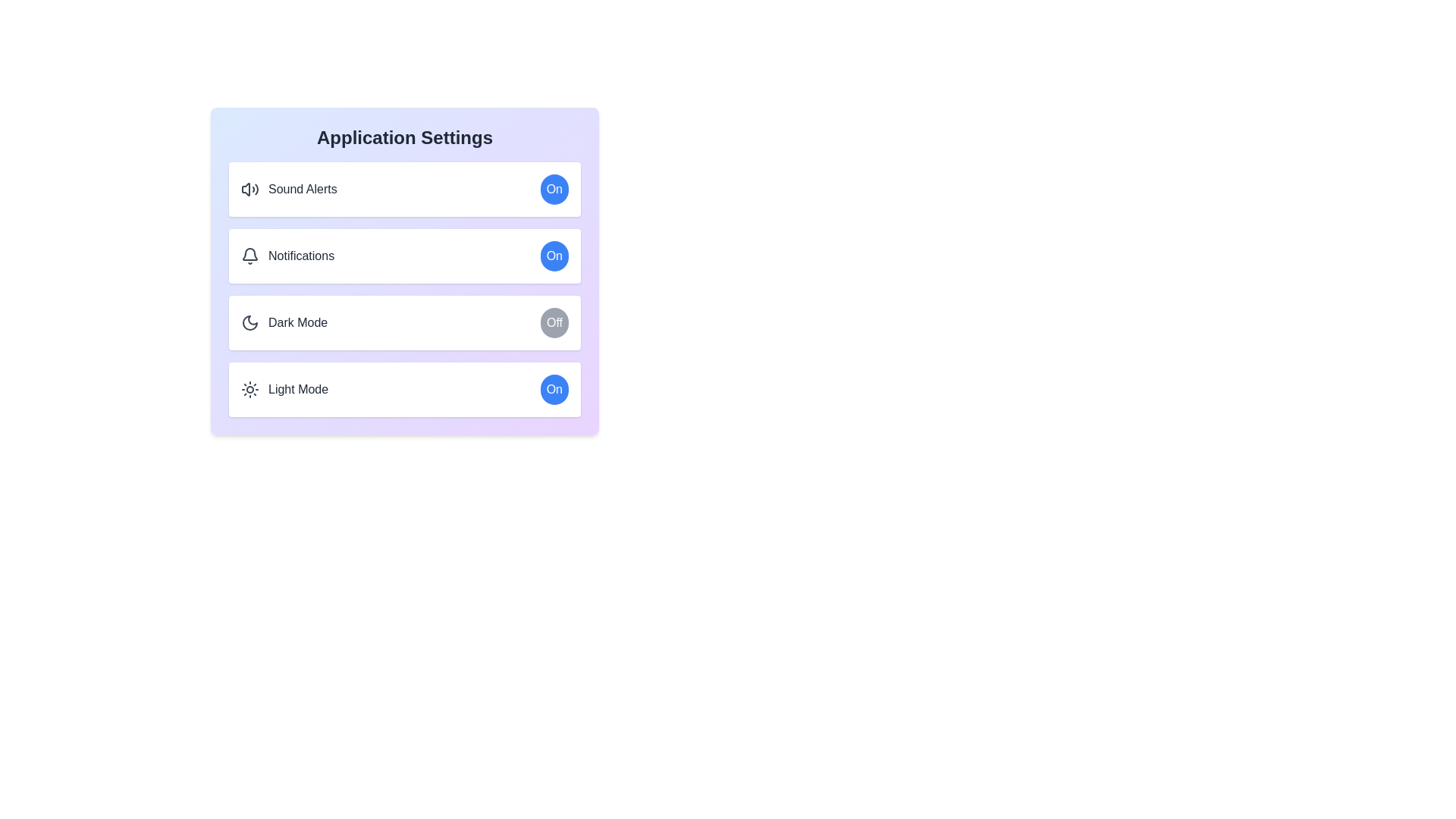 This screenshot has width=1456, height=819. What do you see at coordinates (256, 189) in the screenshot?
I see `the outermost wave representing sound emanation in the 'Sound Alerts' icon within the settings dialog` at bounding box center [256, 189].